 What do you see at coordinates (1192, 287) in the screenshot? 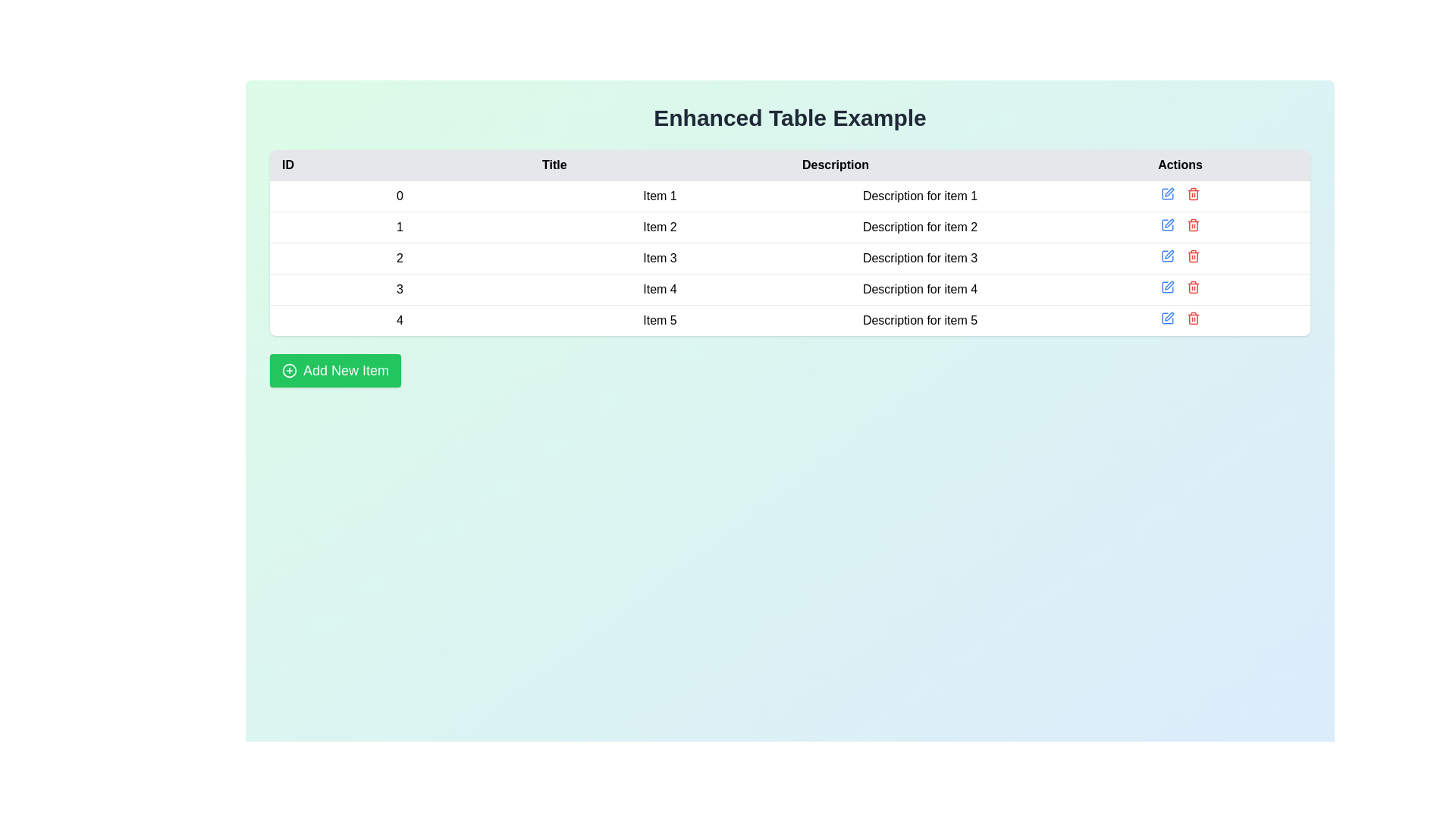
I see `the delete button in the 'Actions' column adjacent to 'Description for item 4'` at bounding box center [1192, 287].